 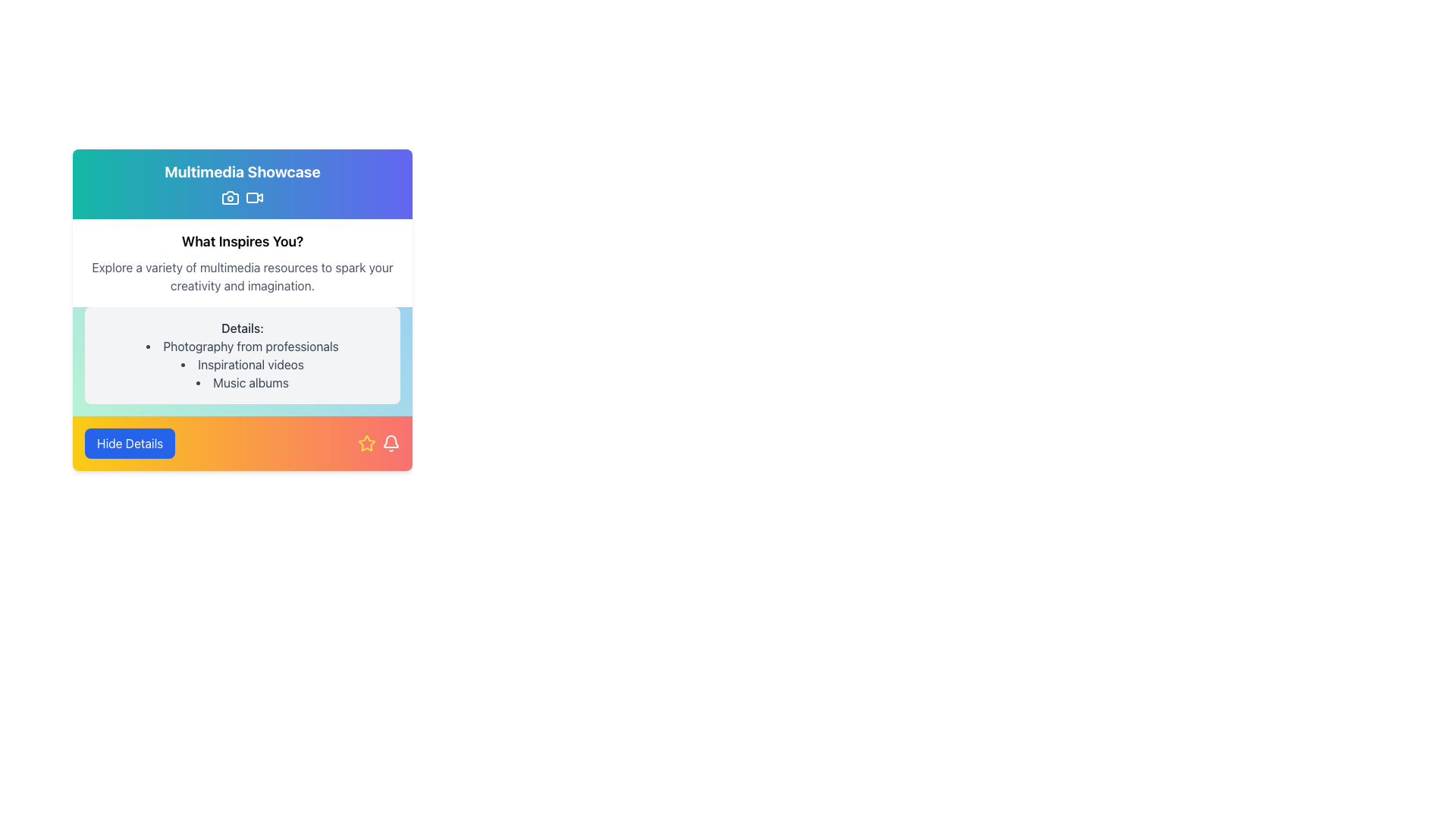 What do you see at coordinates (252, 197) in the screenshot?
I see `the blue rectangular element with rounded corners located inside the video-related SVG icon in the upper-right section of the card` at bounding box center [252, 197].